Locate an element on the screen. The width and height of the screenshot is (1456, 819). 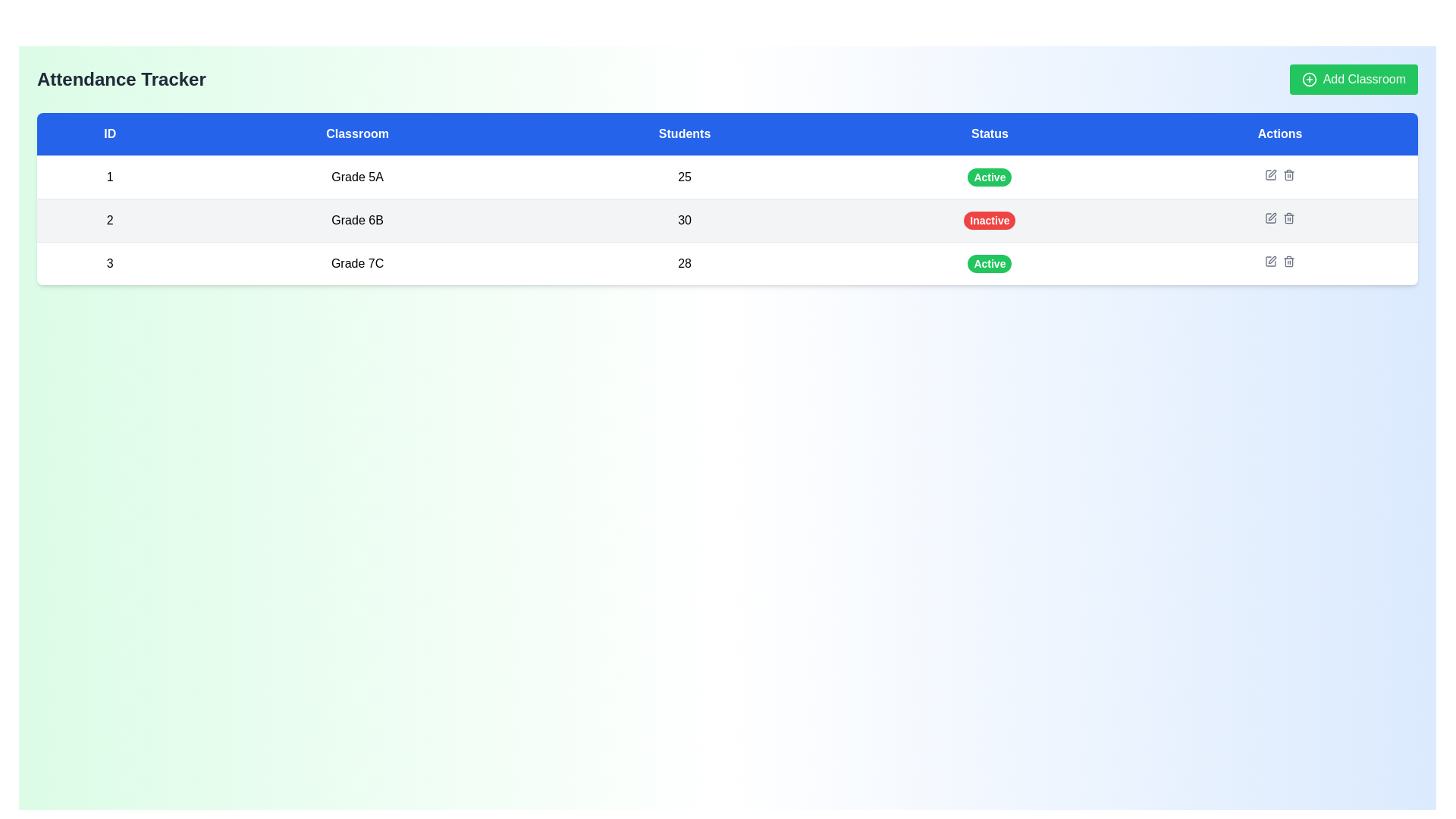
the interactive button-like icons in the 'Actions' column of the first row of the data table is located at coordinates (1279, 177).